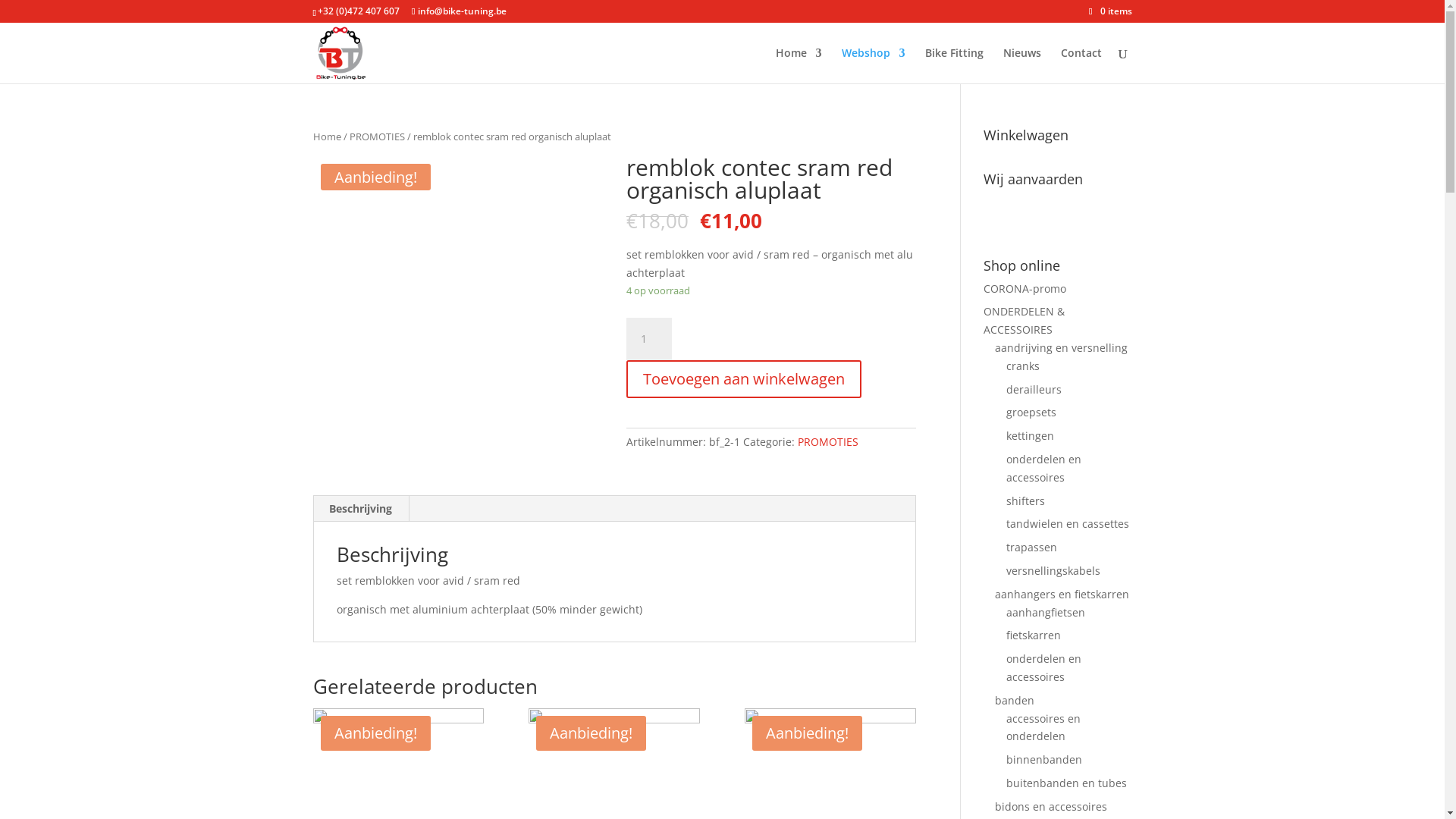 Image resolution: width=1456 pixels, height=819 pixels. Describe the element at coordinates (458, 11) in the screenshot. I see `'info@bike-tuning.be'` at that location.